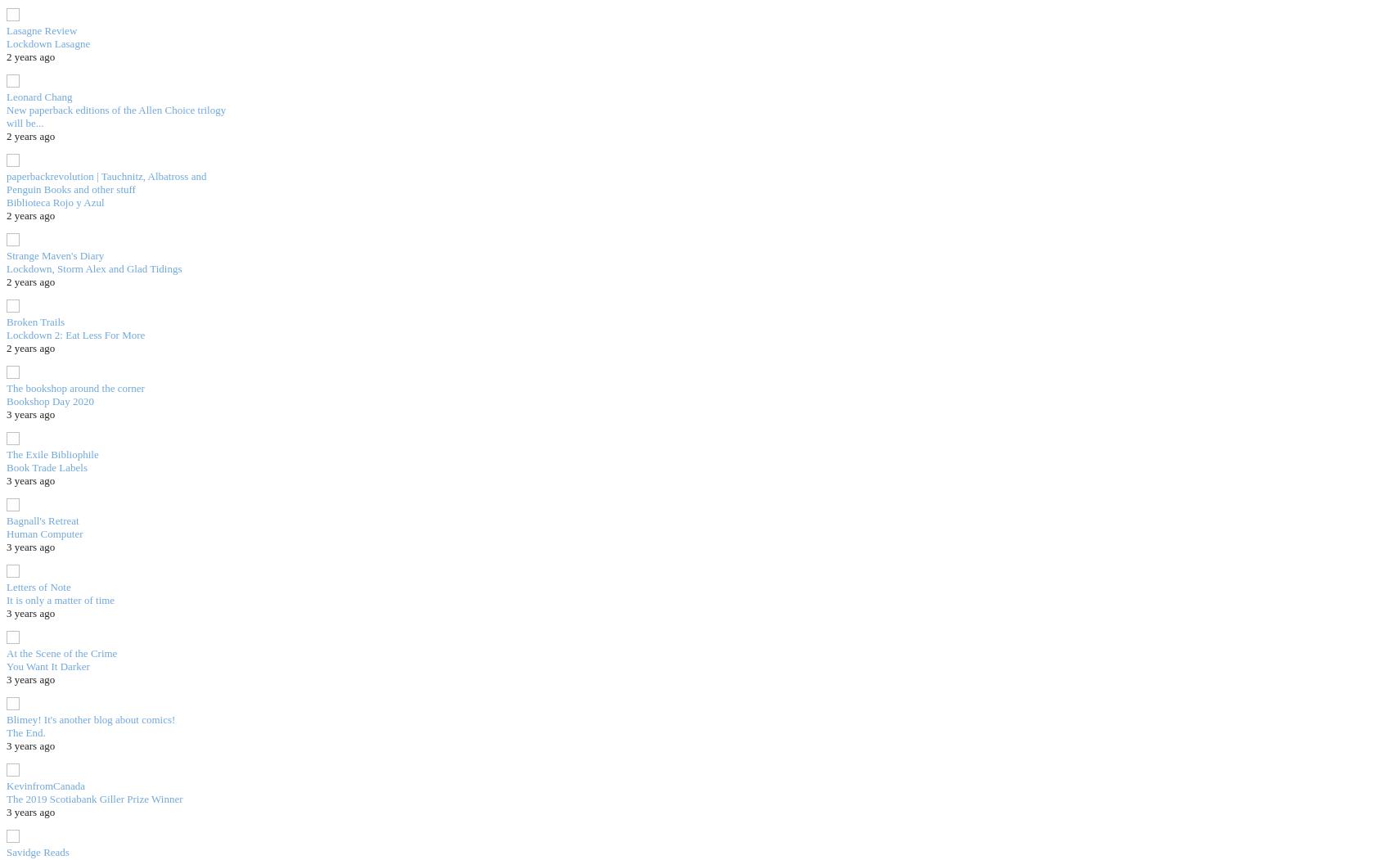 The width and height of the screenshot is (1400, 860). What do you see at coordinates (74, 386) in the screenshot?
I see `'The bookshop around the corner'` at bounding box center [74, 386].